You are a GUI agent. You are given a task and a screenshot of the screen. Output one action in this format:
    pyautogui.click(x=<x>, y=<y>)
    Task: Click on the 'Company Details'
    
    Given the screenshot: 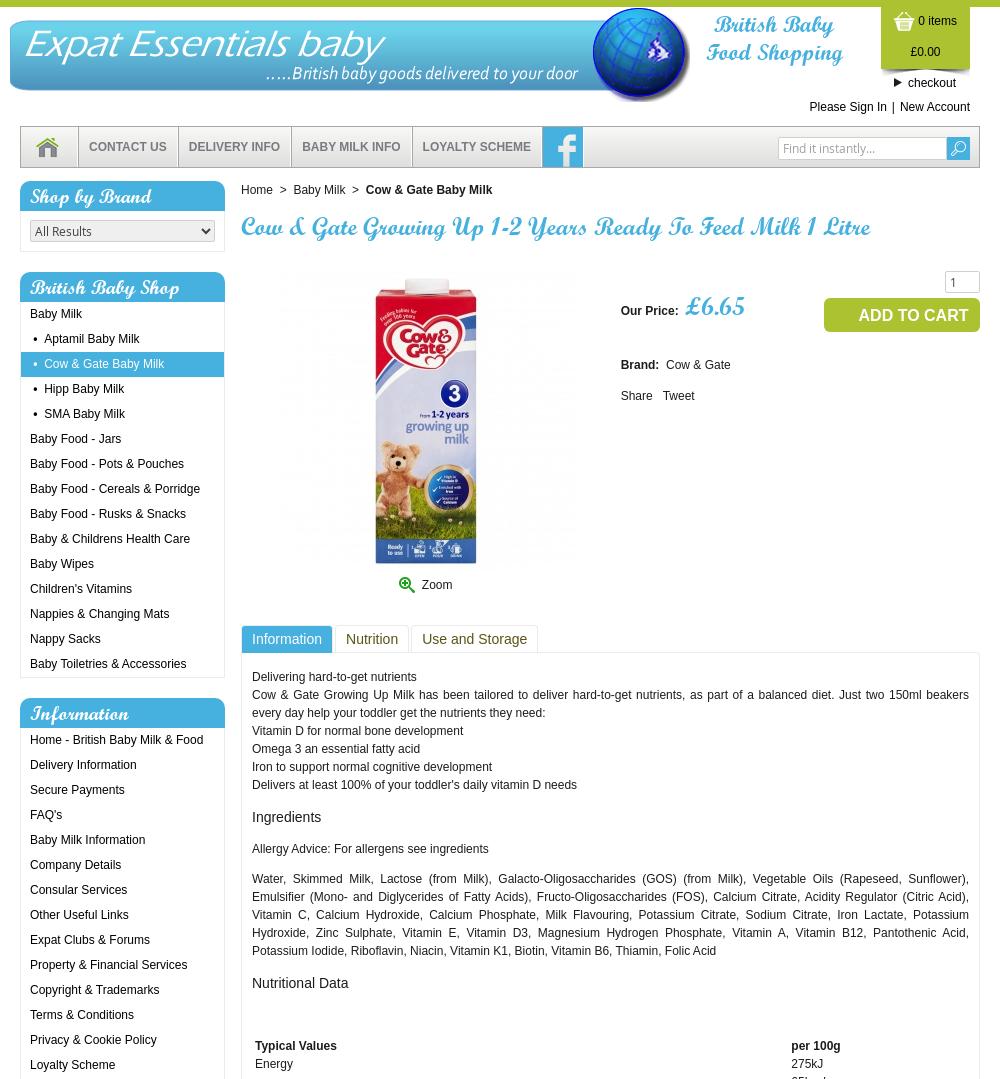 What is the action you would take?
    pyautogui.click(x=30, y=865)
    